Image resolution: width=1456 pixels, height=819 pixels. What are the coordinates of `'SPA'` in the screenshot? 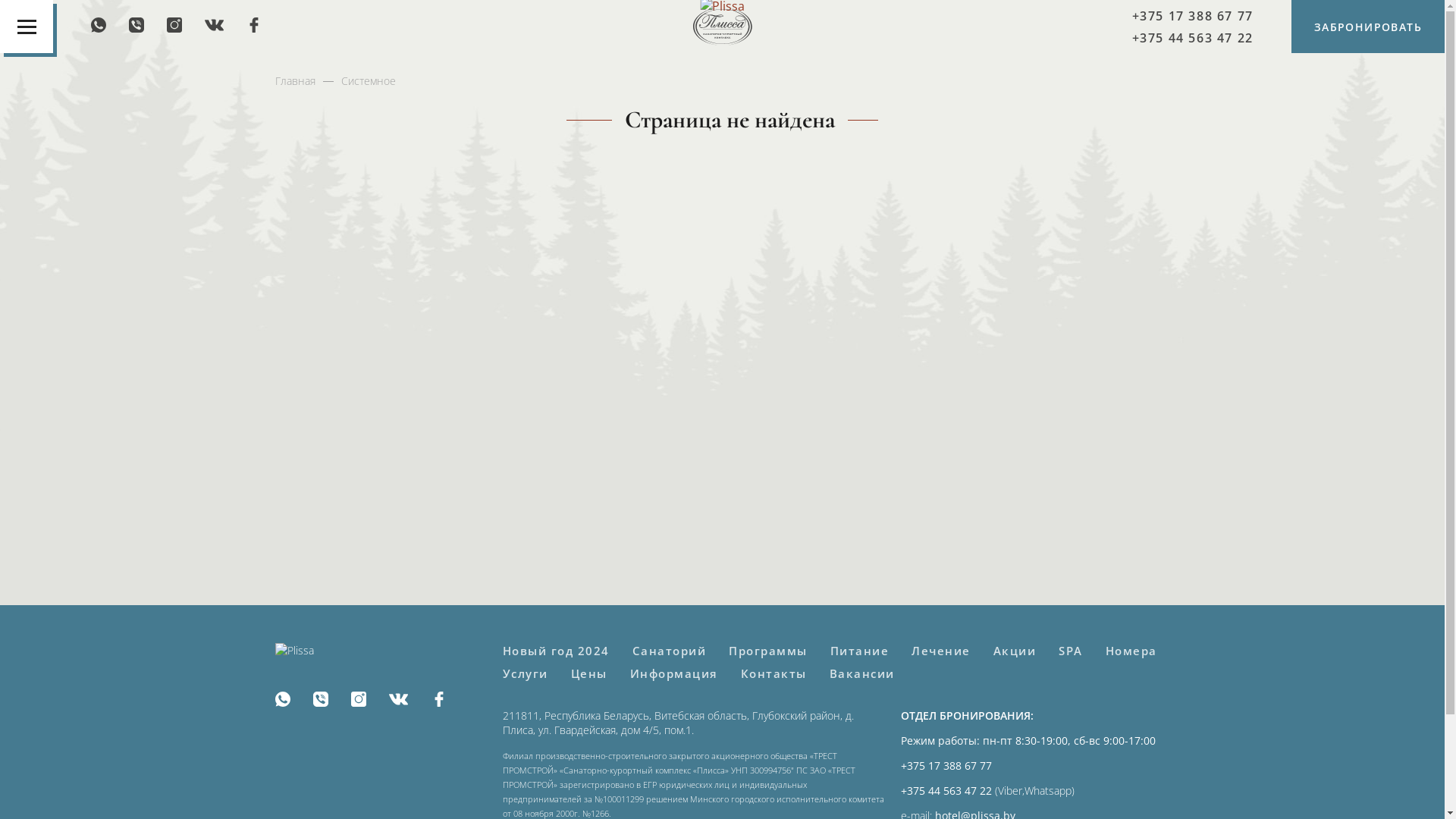 It's located at (1069, 649).